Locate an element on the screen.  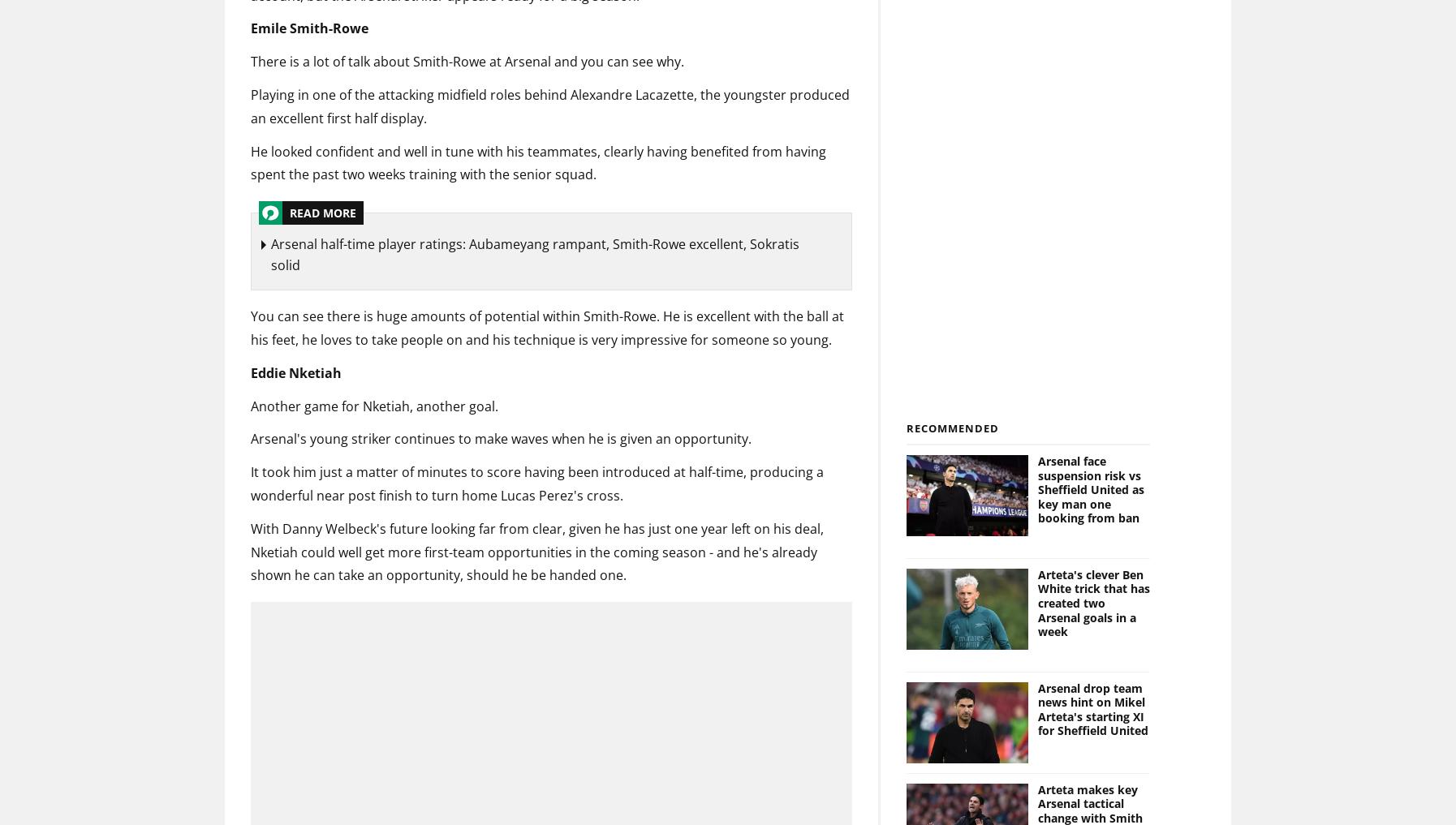
'He looked confident and well in tune with his teammates, clearly having benefited from having spent the past two weeks training with the senior squad.' is located at coordinates (538, 162).